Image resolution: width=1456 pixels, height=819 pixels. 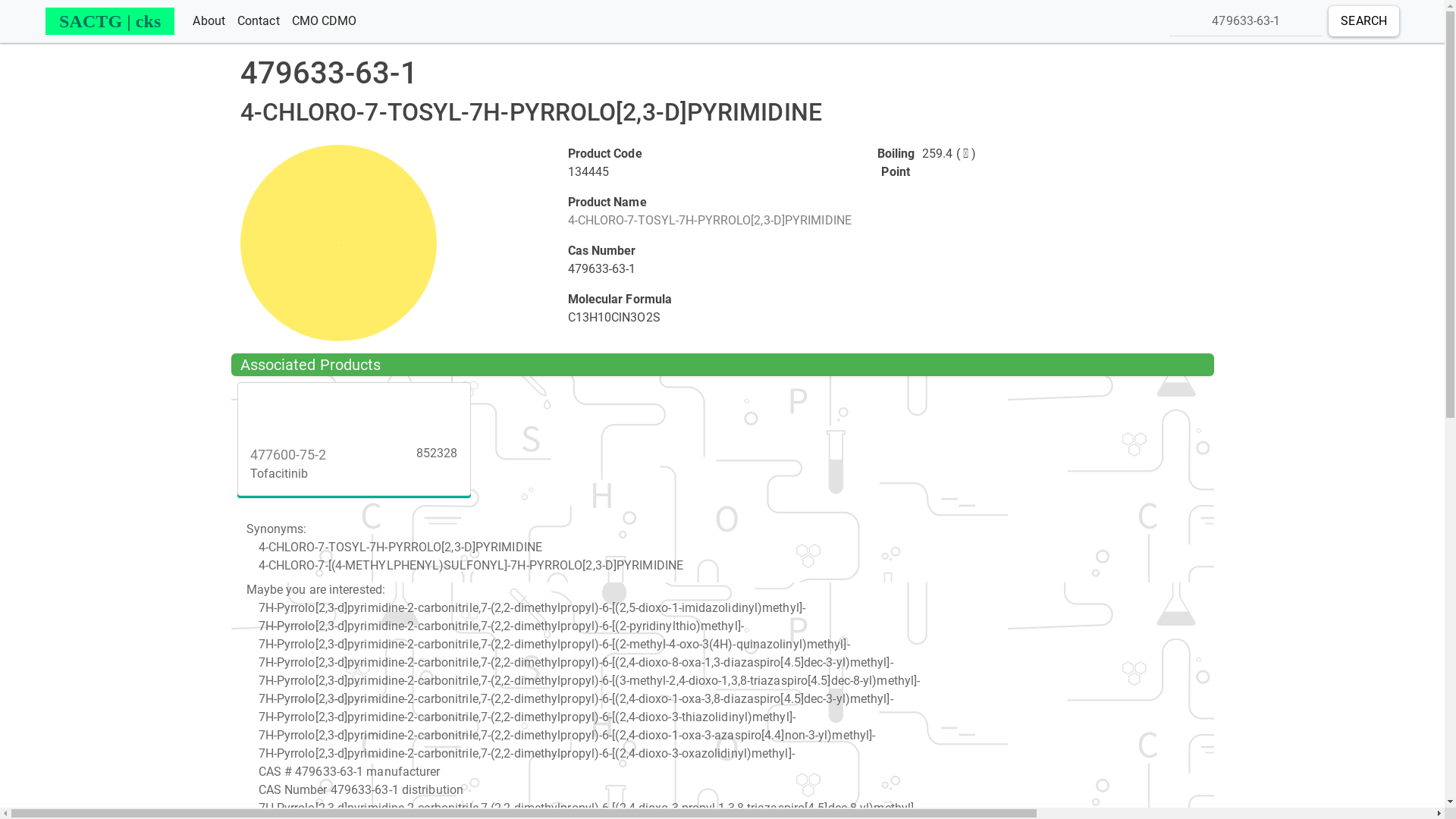 I want to click on 'CAS No 479633-63-1  Molecular Structure', so click(x=337, y=242).